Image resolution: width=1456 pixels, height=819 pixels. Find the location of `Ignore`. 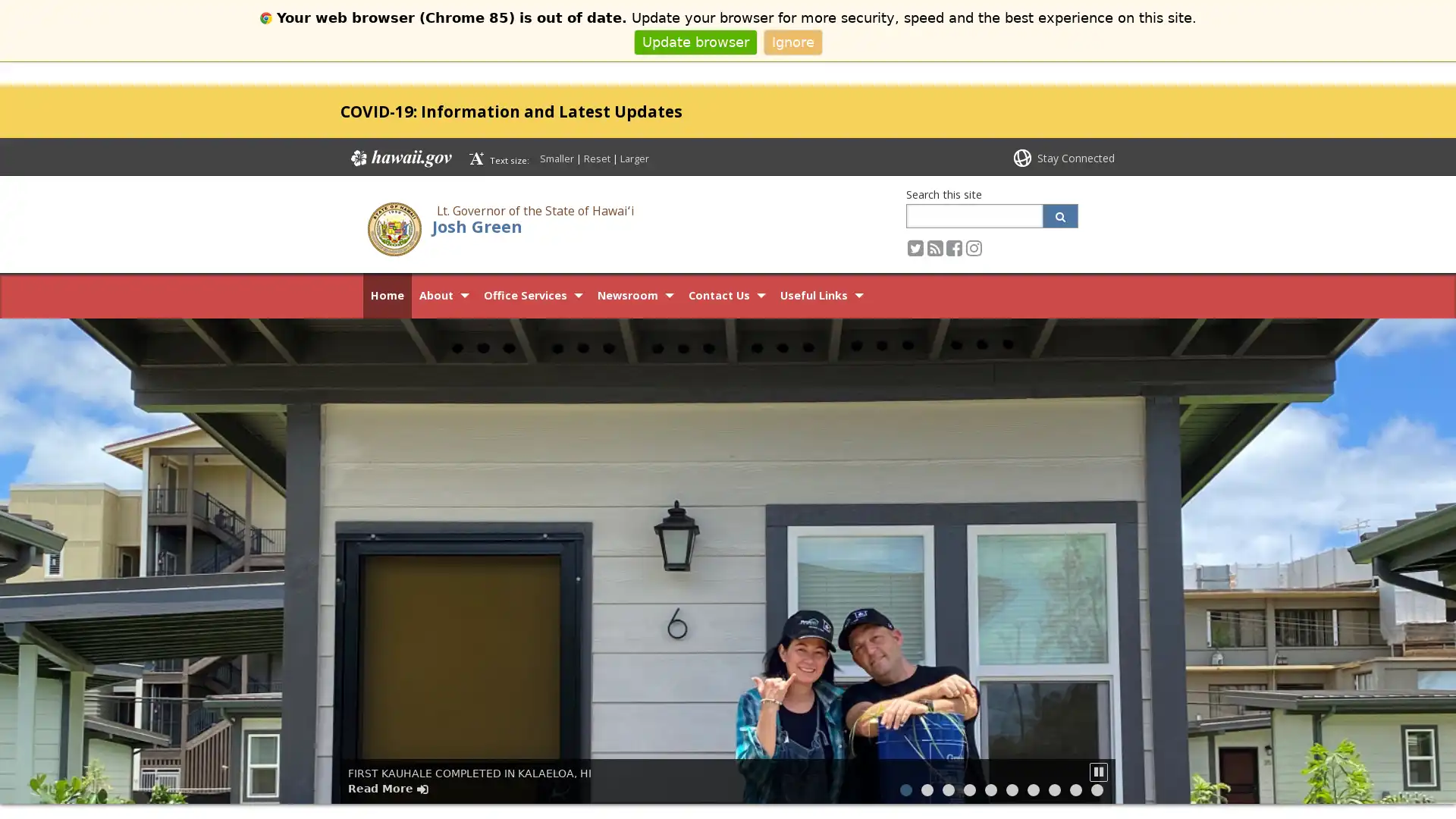

Ignore is located at coordinates (792, 41).